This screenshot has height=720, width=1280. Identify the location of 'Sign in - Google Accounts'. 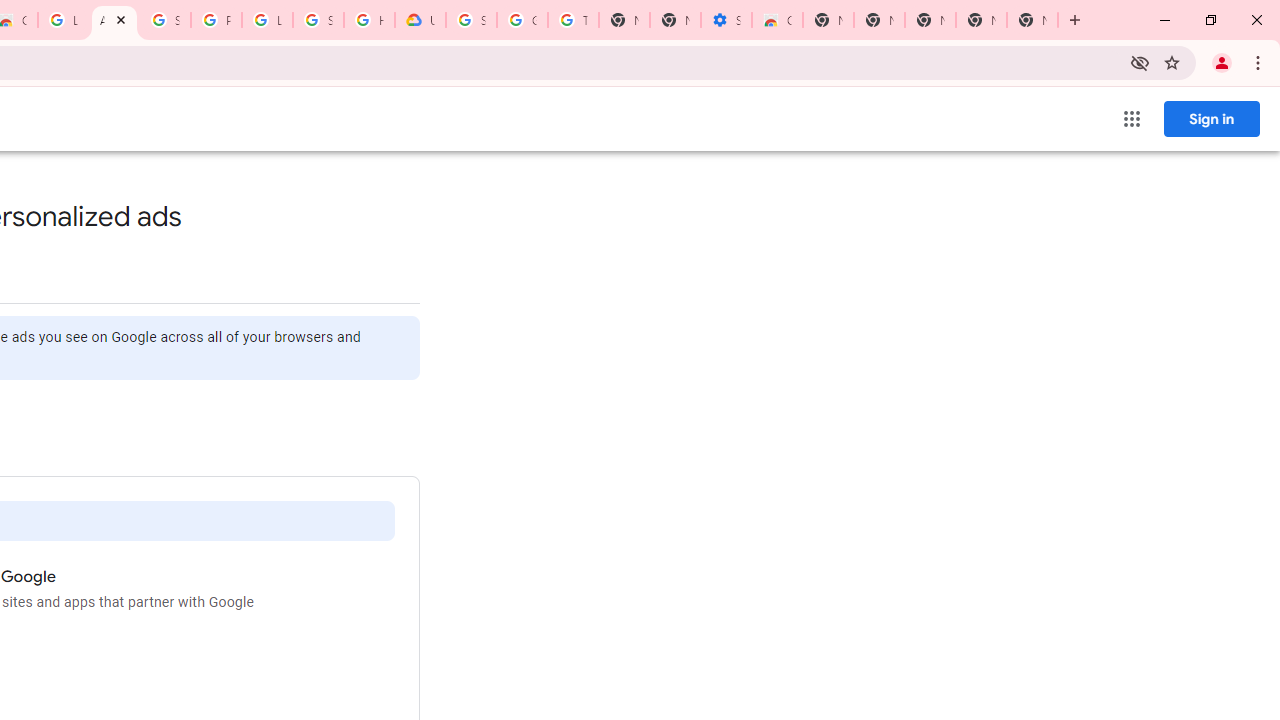
(165, 20).